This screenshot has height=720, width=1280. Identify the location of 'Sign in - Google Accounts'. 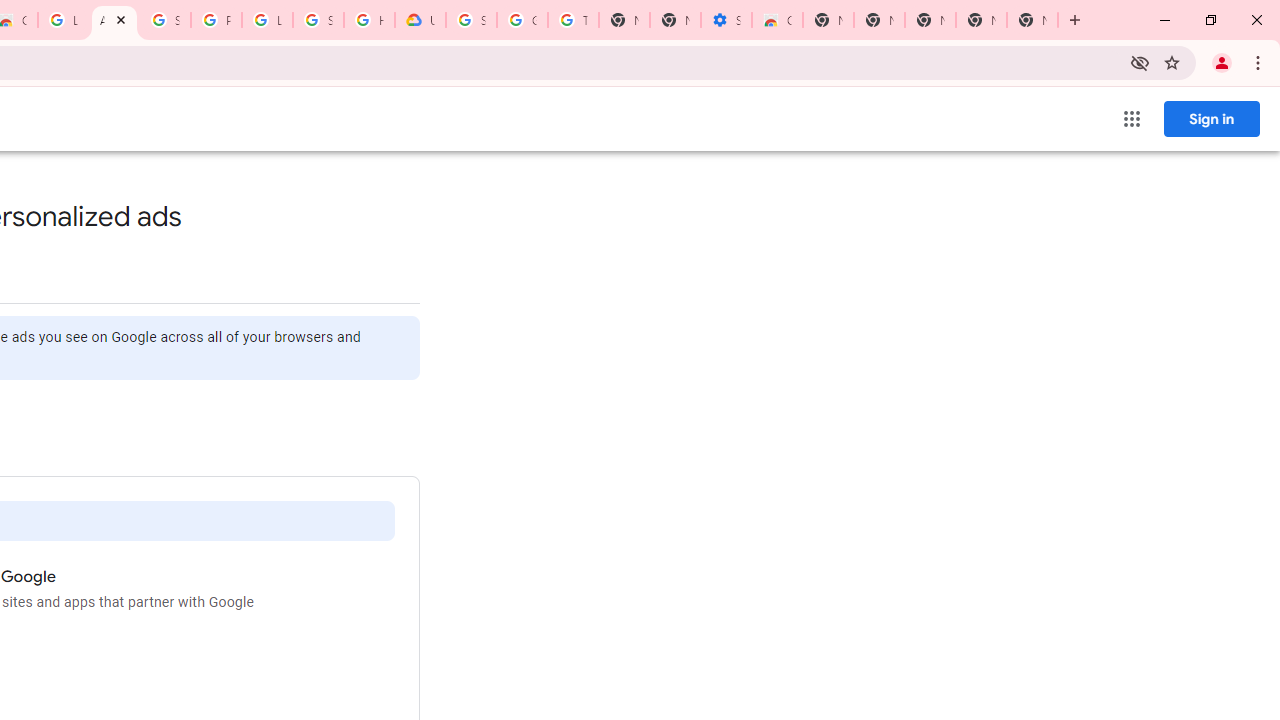
(165, 20).